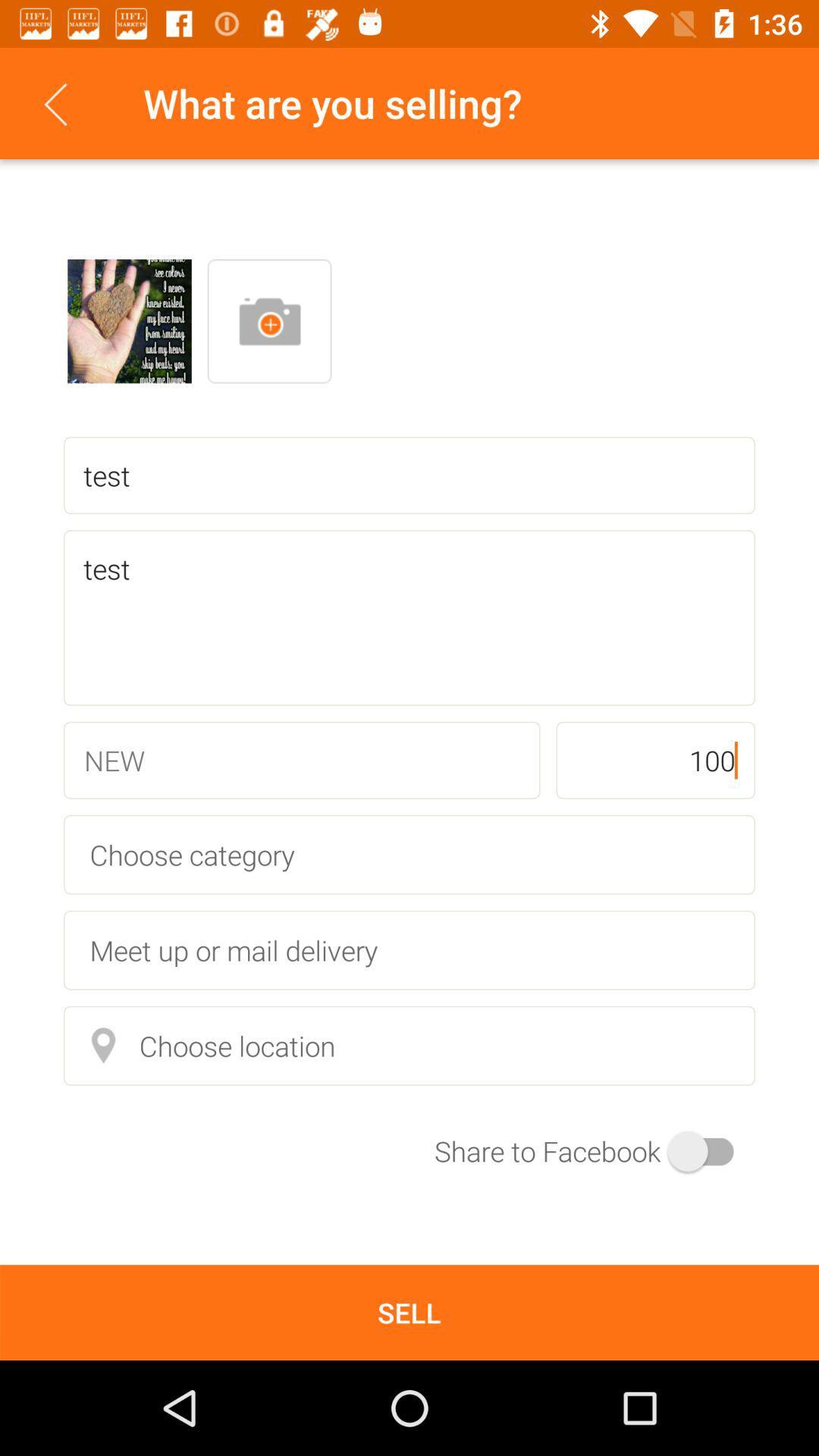 The width and height of the screenshot is (819, 1456). I want to click on a picture, so click(268, 320).